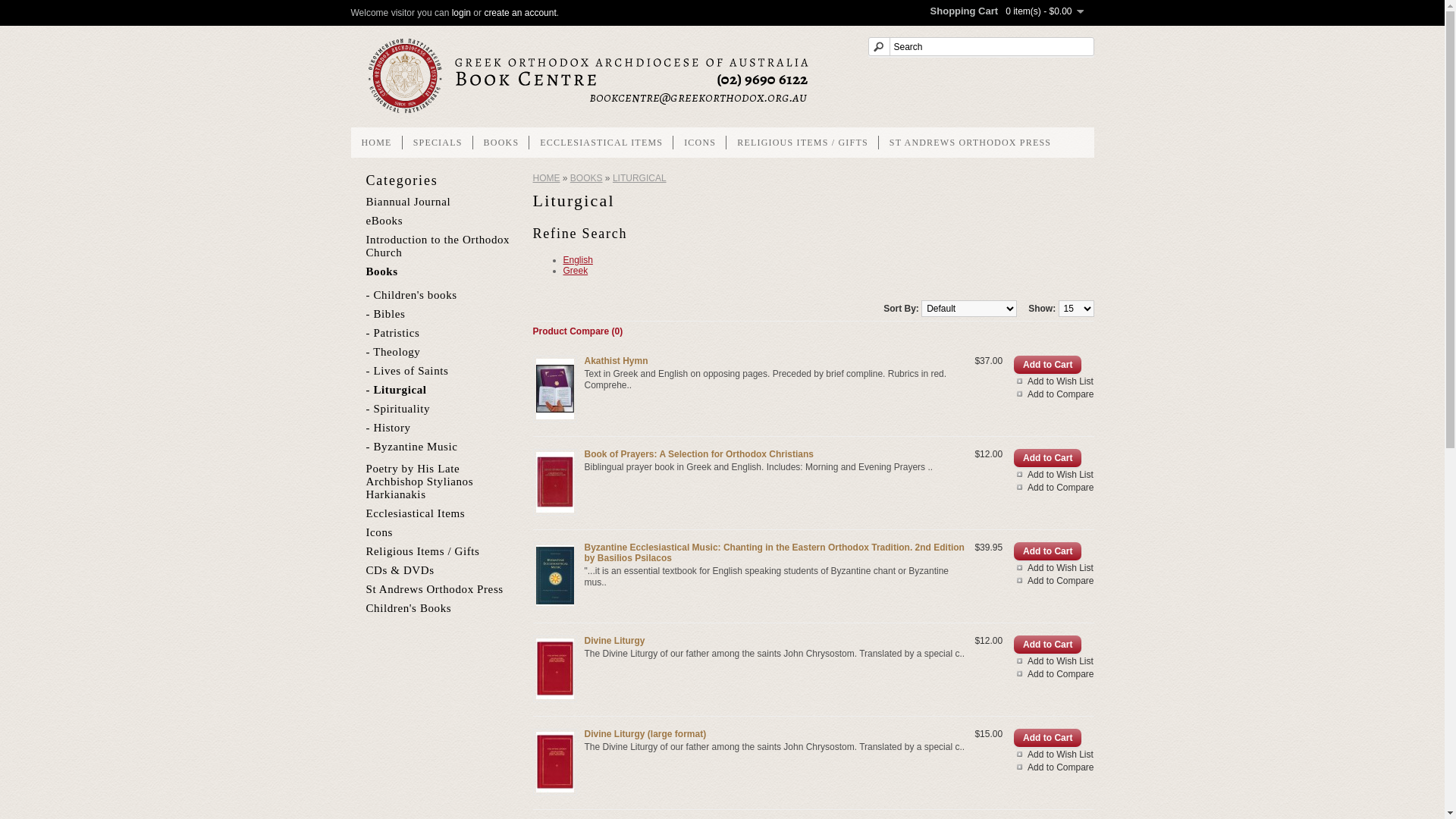 Image resolution: width=1456 pixels, height=819 pixels. I want to click on 'Add to Compare', so click(1053, 580).